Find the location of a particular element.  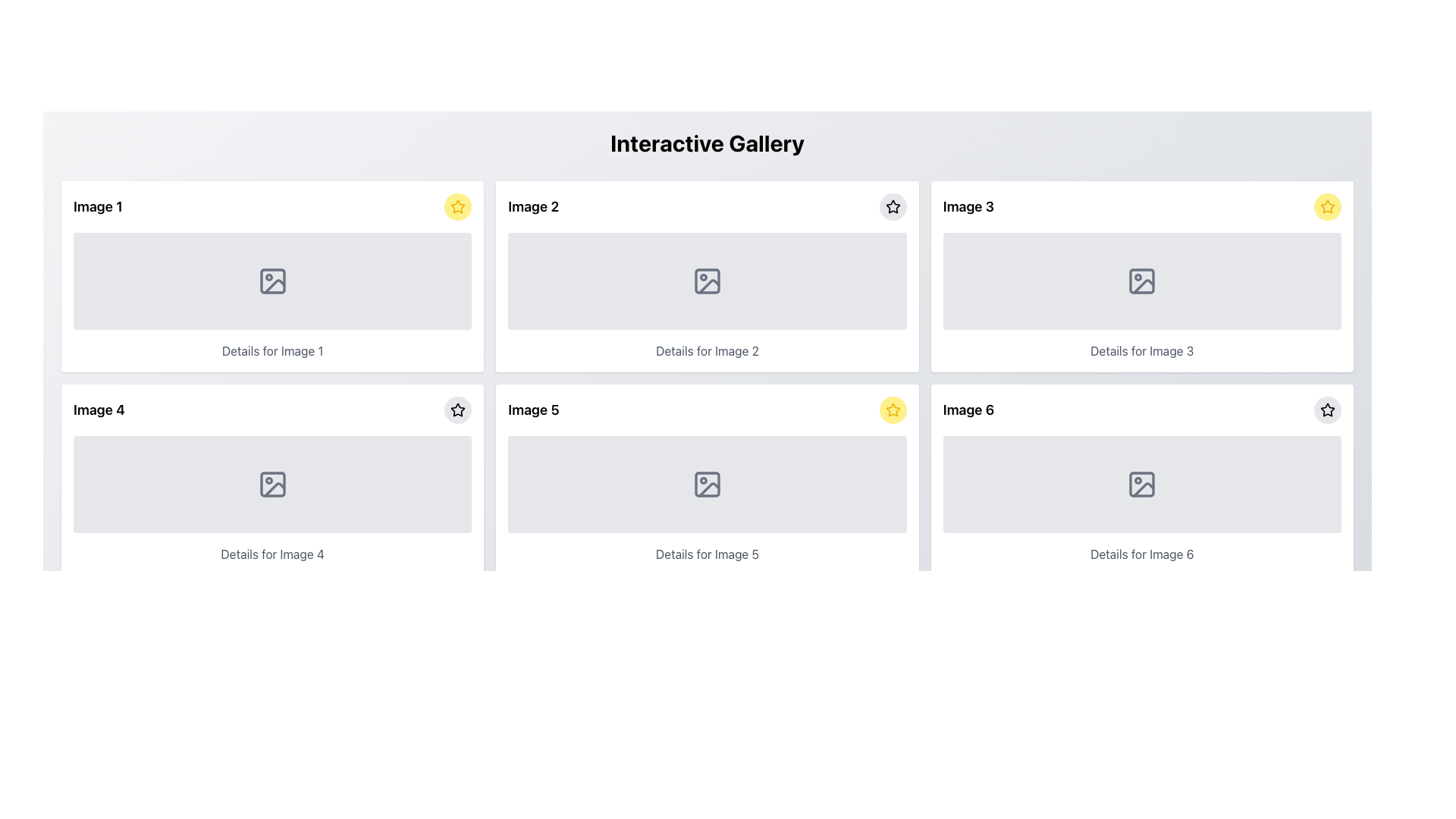

the text label that provides descriptive information for the associated image placeholder, located directly below the image placeholder within the fifth card of the grid layout in the second row and middle column is located at coordinates (706, 554).